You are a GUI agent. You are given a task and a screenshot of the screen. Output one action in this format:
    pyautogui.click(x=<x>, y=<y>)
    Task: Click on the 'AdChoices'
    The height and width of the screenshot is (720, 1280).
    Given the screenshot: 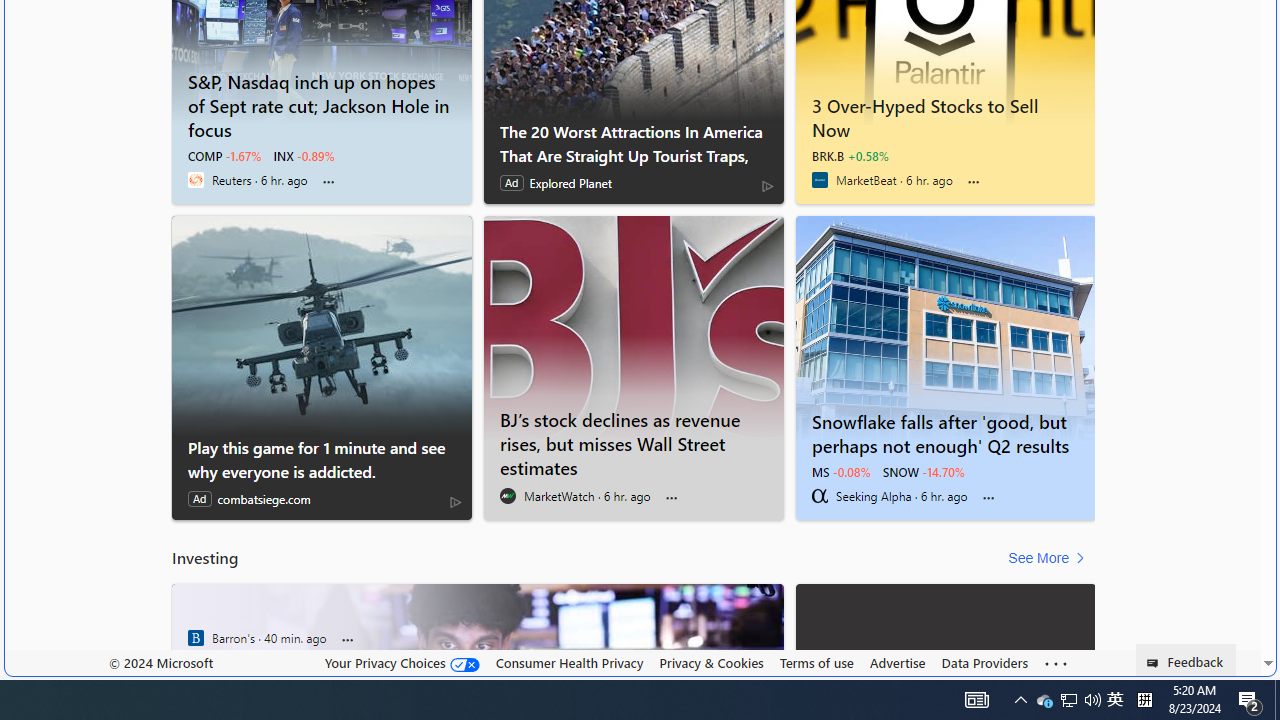 What is the action you would take?
    pyautogui.click(x=455, y=500)
    